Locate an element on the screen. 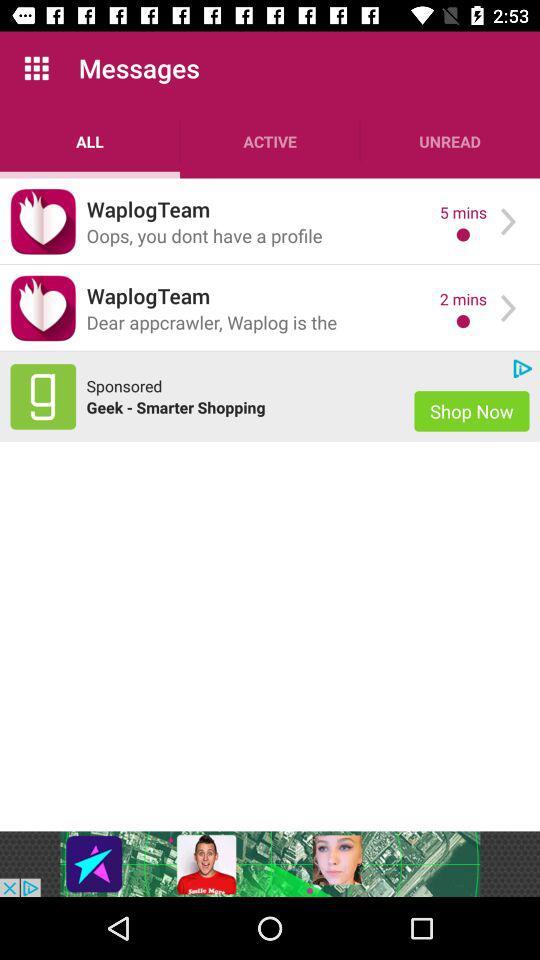 This screenshot has width=540, height=960. banner is located at coordinates (270, 863).